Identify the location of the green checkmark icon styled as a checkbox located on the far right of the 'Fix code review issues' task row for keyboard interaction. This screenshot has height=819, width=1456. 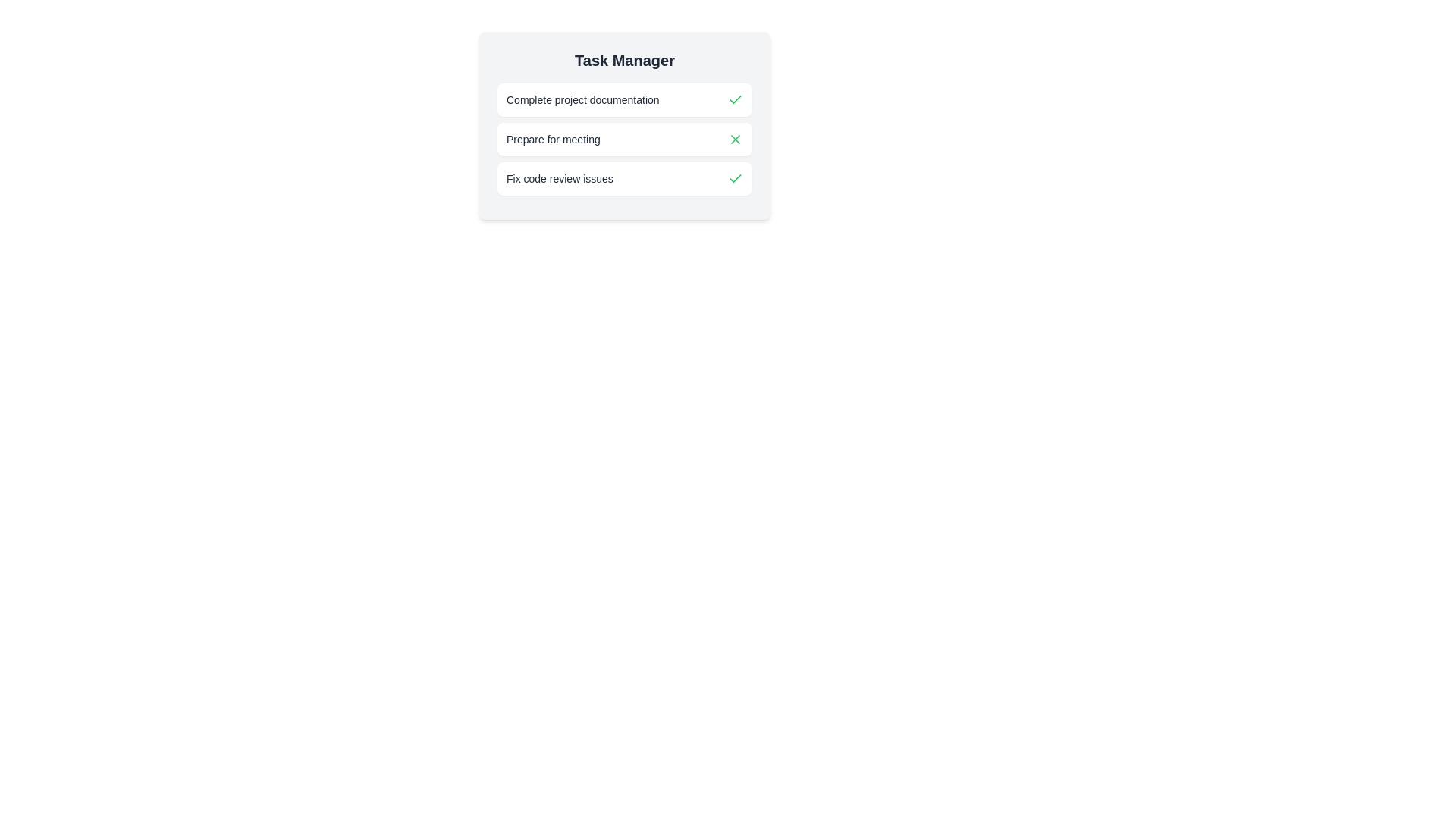
(735, 177).